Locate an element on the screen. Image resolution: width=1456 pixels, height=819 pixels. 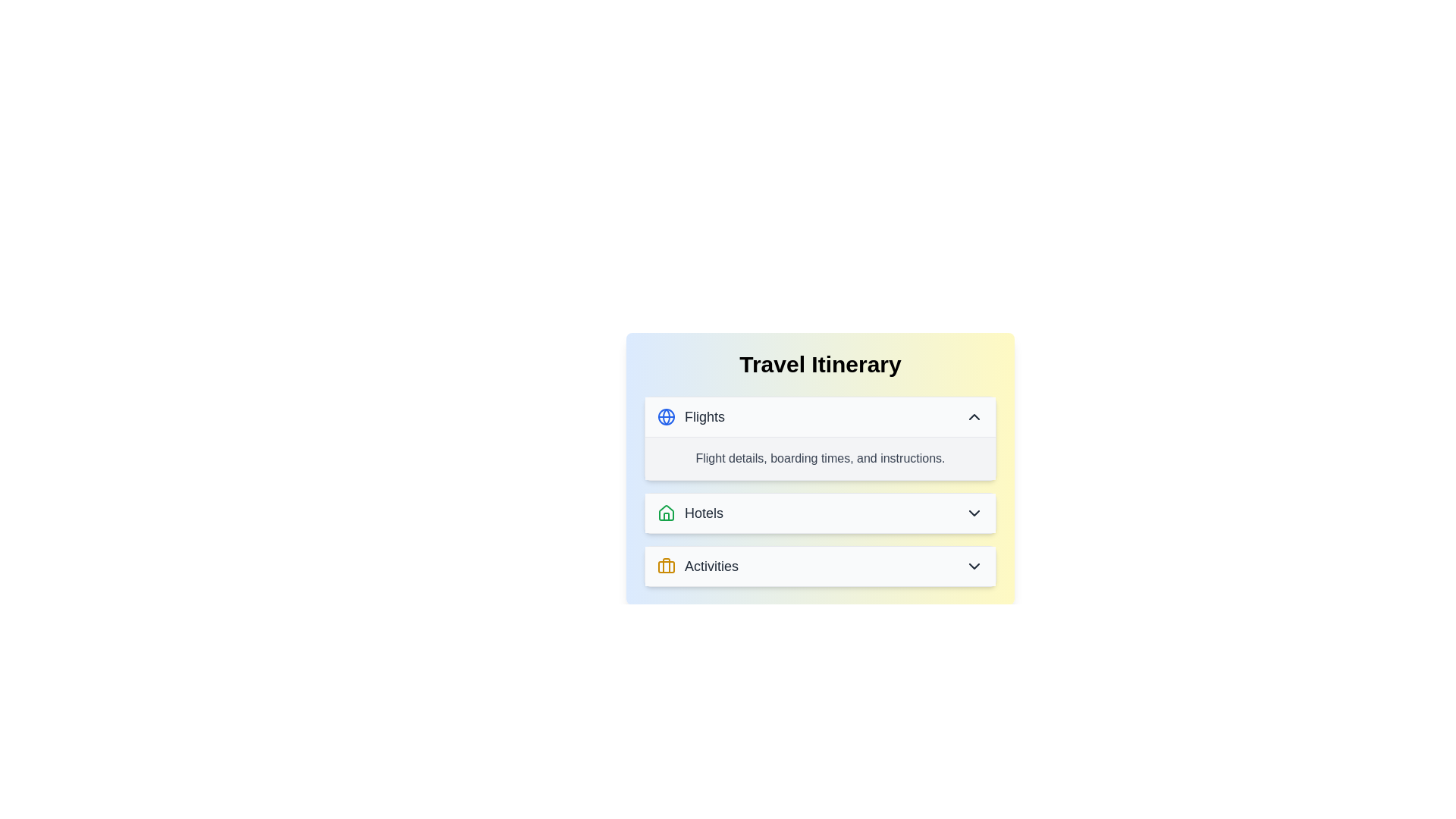
the informational text section under the 'Flights' header, which contains the text 'Flight details, boarding times, and instructions.' is located at coordinates (819, 491).